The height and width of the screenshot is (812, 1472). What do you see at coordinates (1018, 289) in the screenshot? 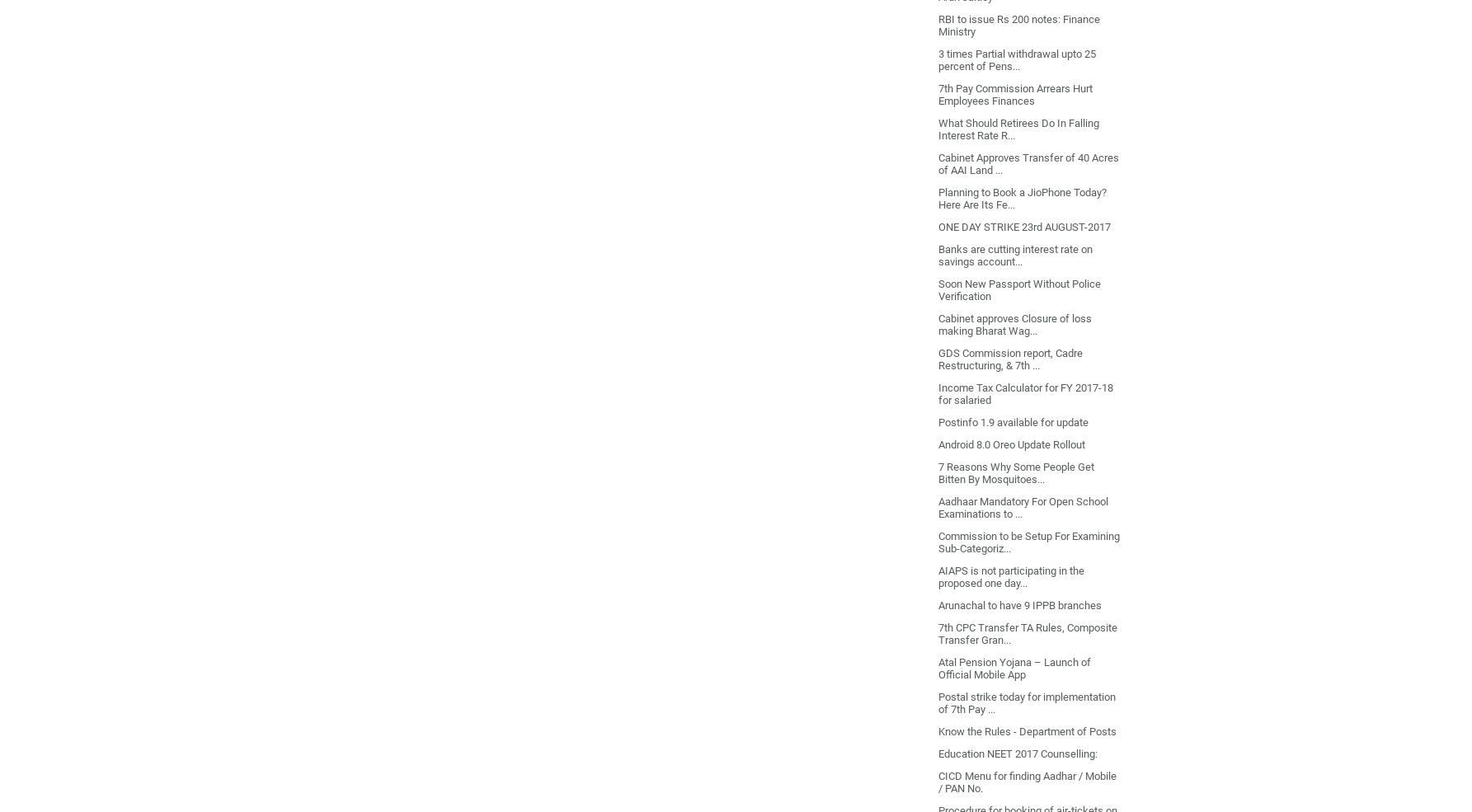
I see `'Soon New Passport Without Police Verification'` at bounding box center [1018, 289].